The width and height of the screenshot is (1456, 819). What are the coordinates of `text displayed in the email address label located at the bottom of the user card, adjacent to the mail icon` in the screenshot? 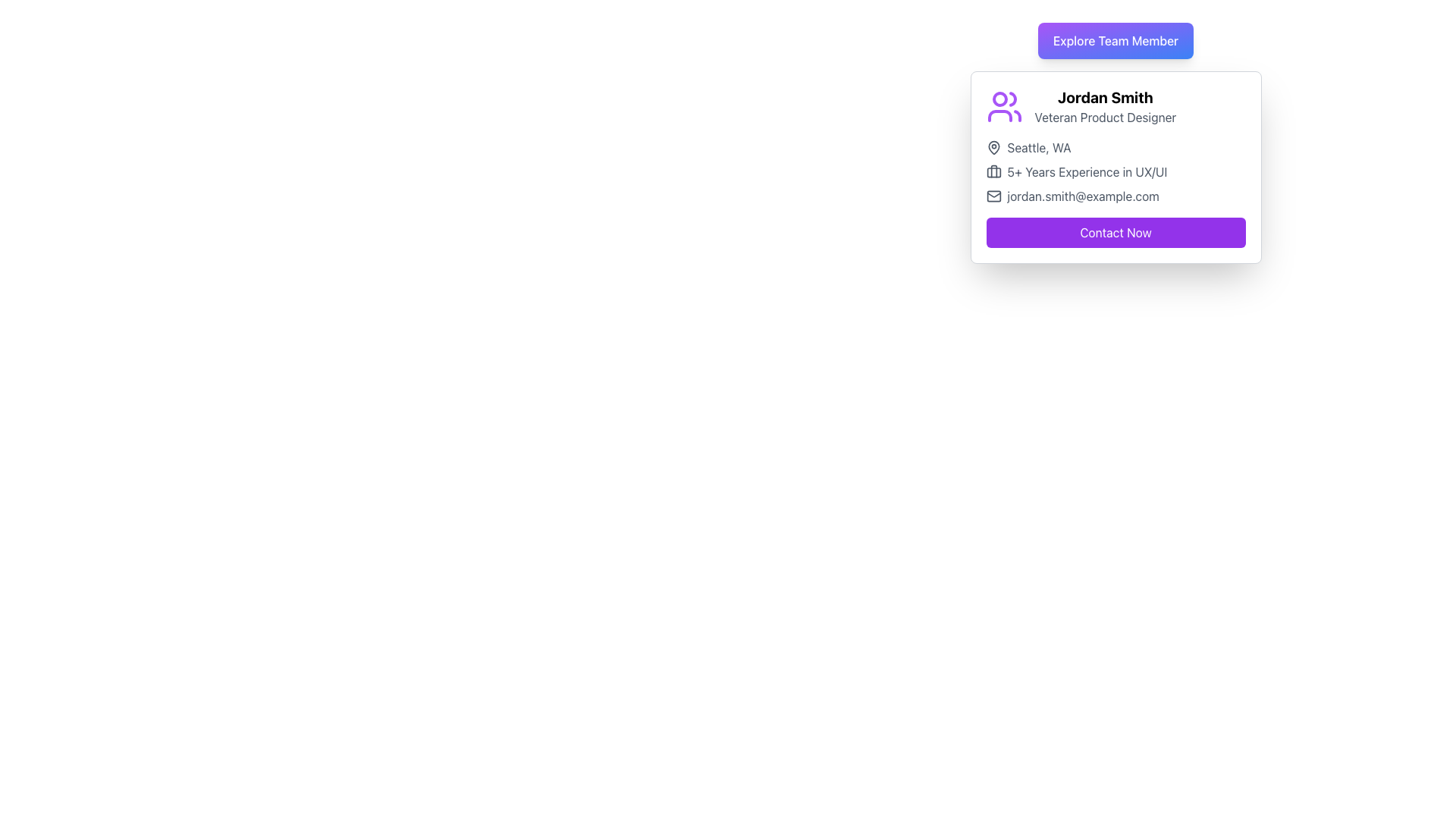 It's located at (1082, 195).